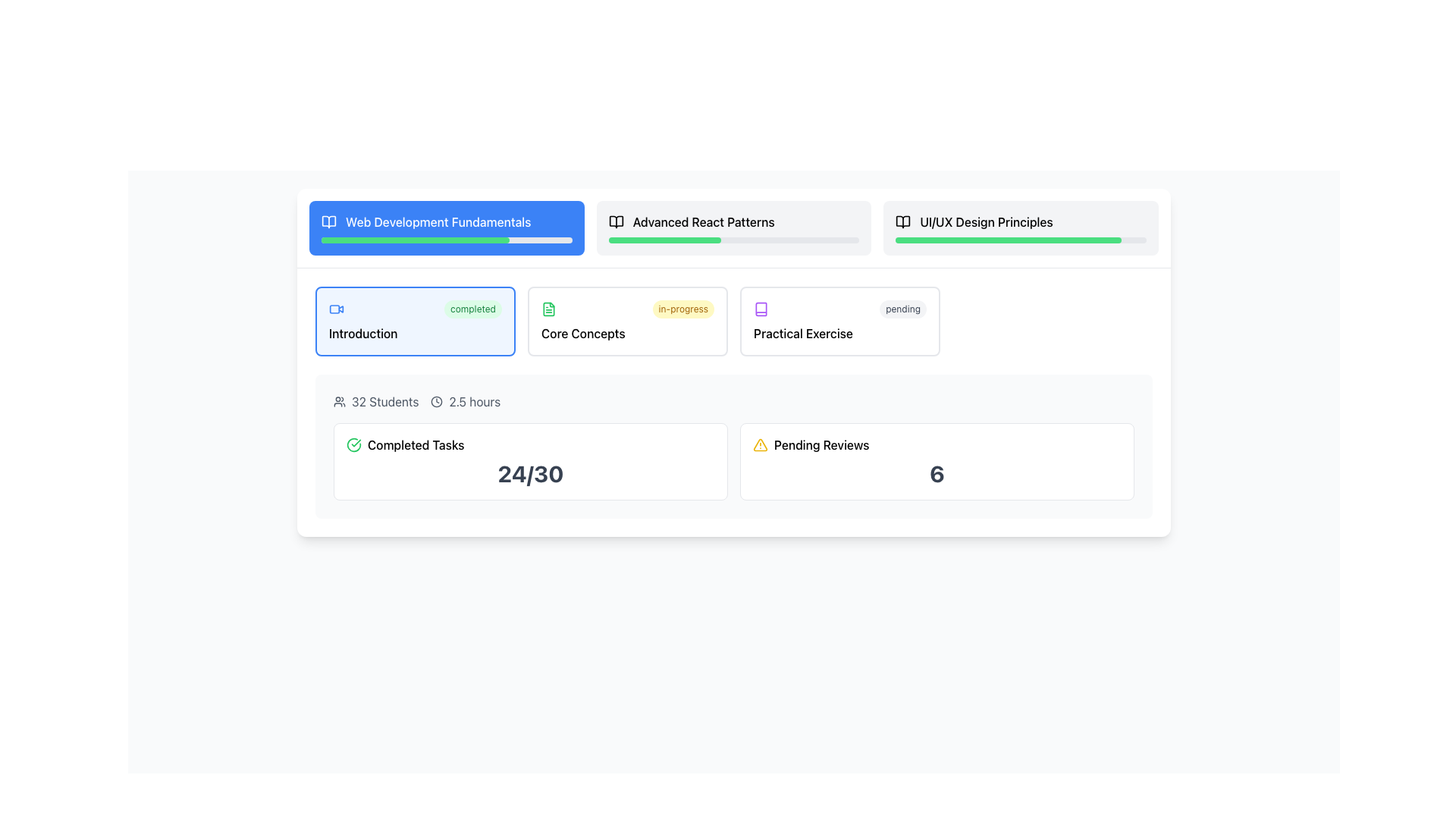 The height and width of the screenshot is (819, 1456). Describe the element at coordinates (682, 309) in the screenshot. I see `the status display label for the 'Core Concepts' task, located next to a green document icon and above the 'Completed Tasks' and 'Pending Reviews' summary boxes` at that location.